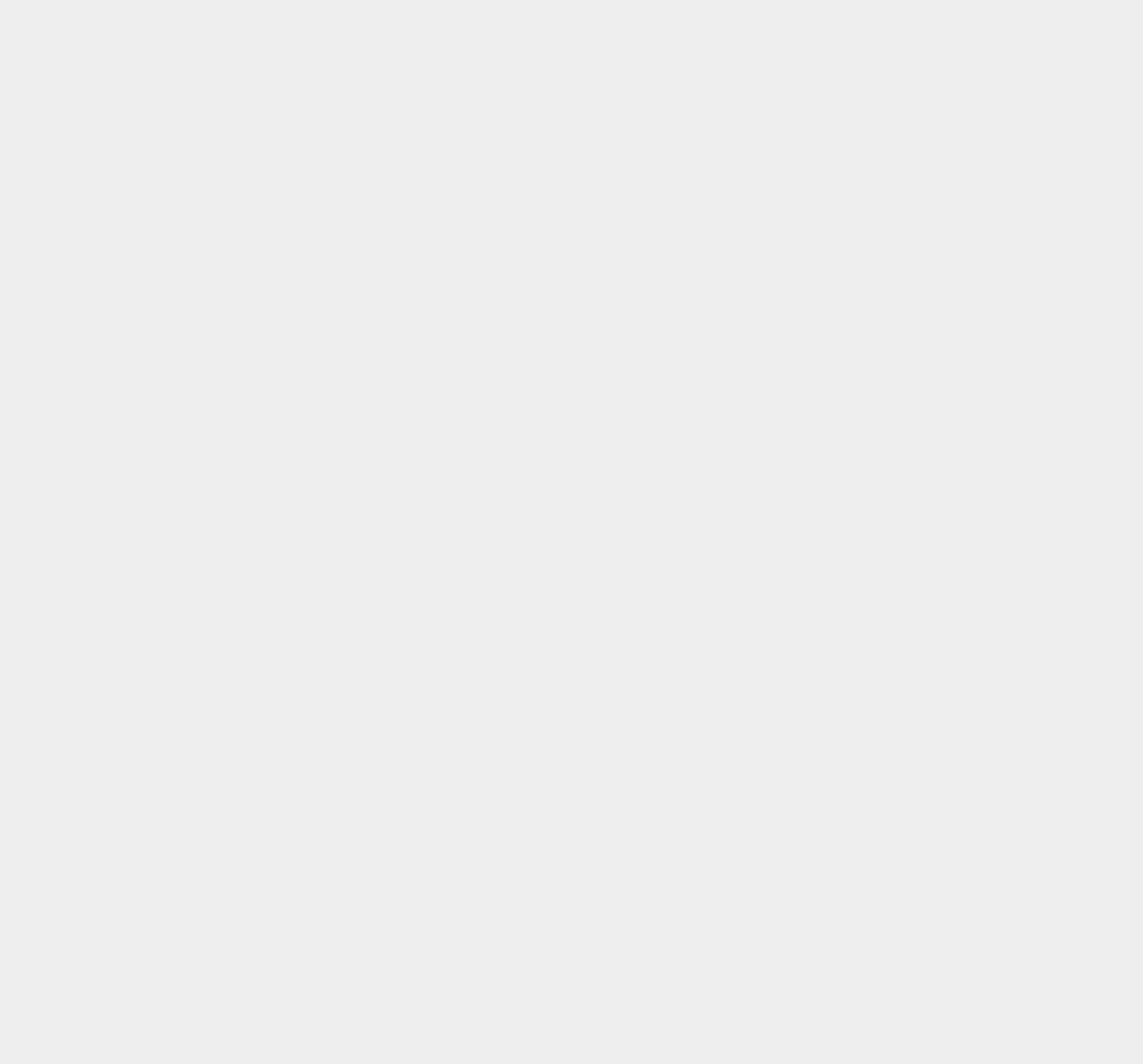 The height and width of the screenshot is (1064, 1143). What do you see at coordinates (833, 672) in the screenshot?
I see `'iPhone 5'` at bounding box center [833, 672].